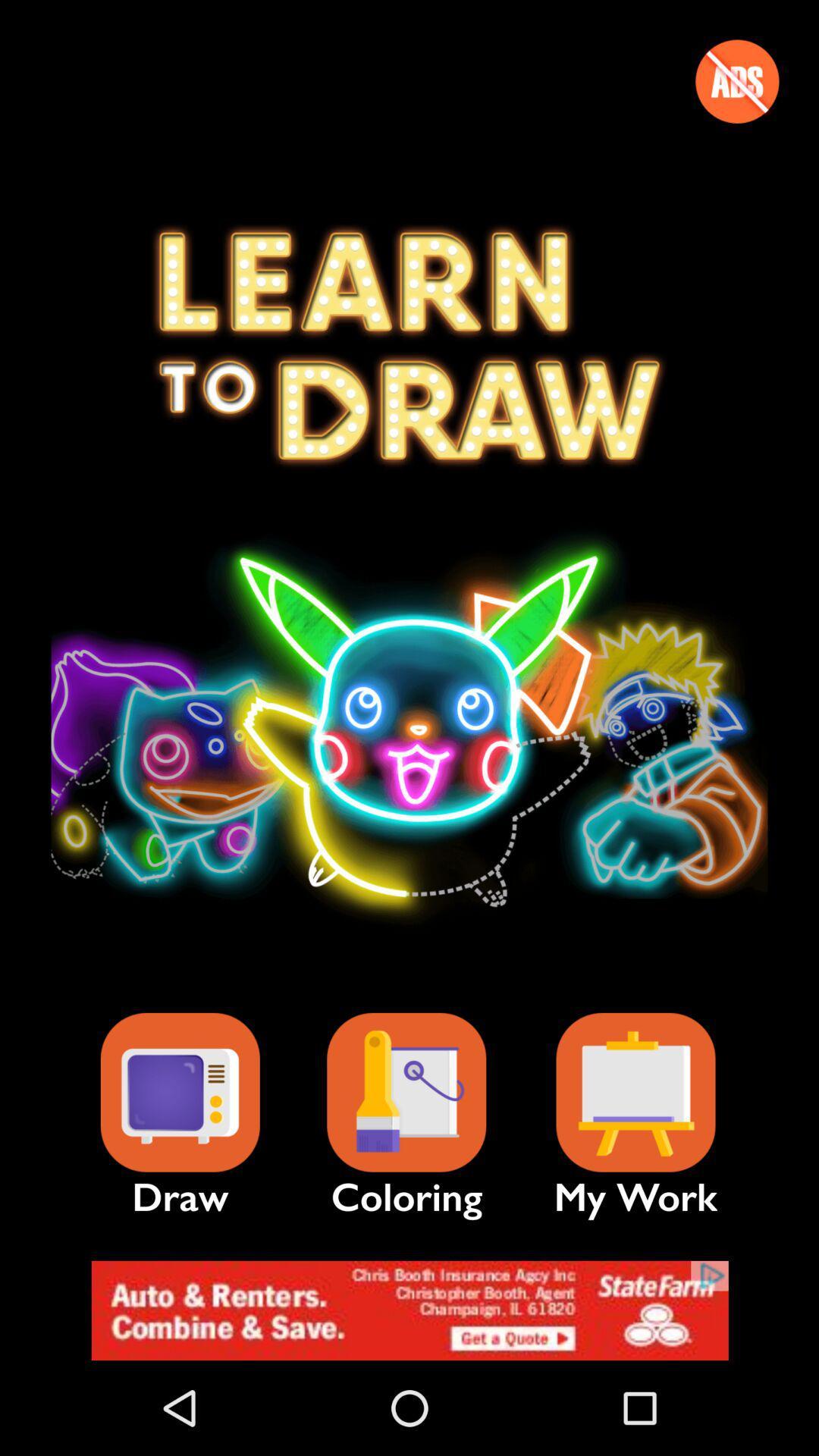 The image size is (819, 1456). What do you see at coordinates (179, 1093) in the screenshot?
I see `draw` at bounding box center [179, 1093].